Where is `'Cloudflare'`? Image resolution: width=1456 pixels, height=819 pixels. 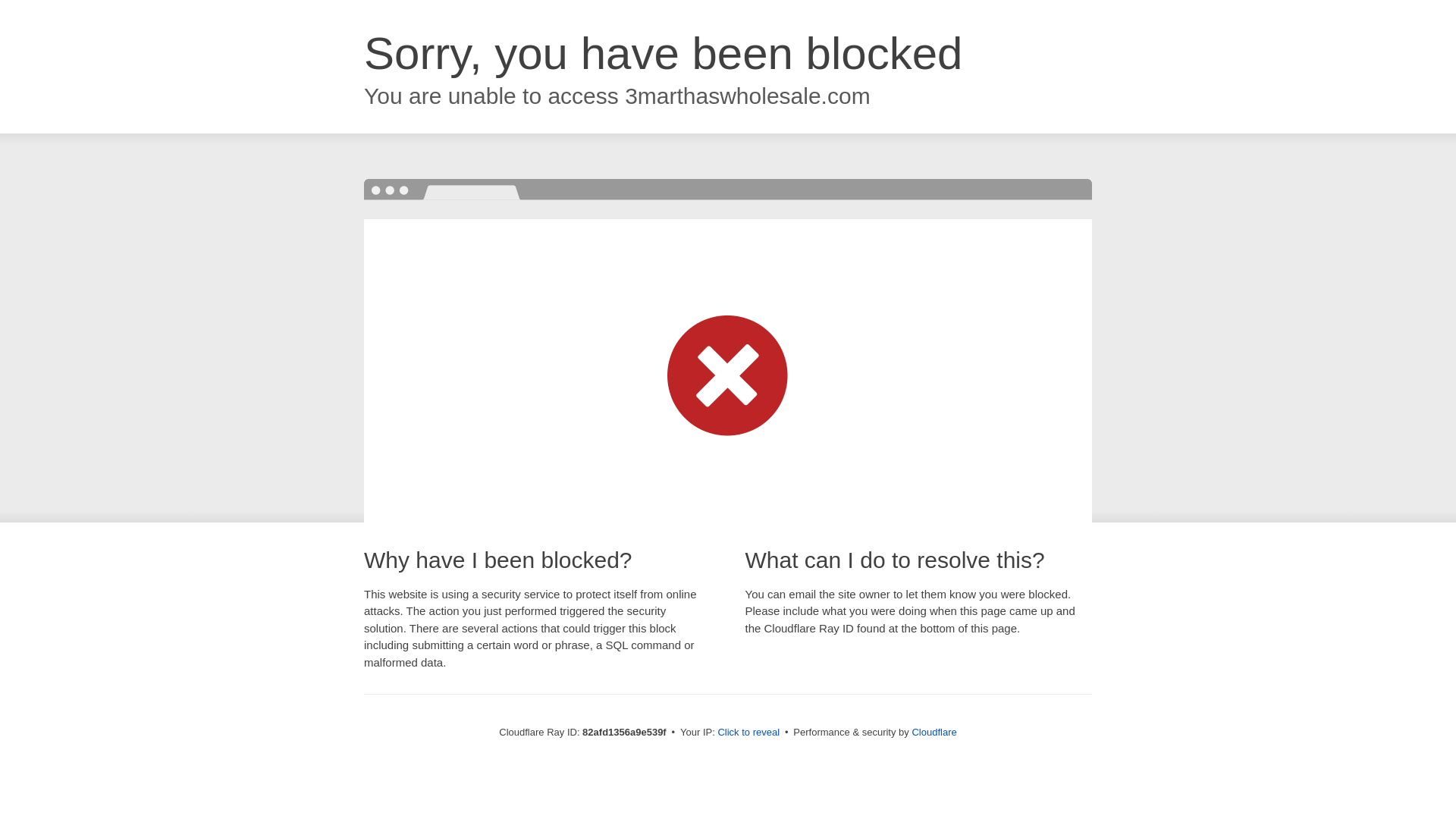
'Cloudflare' is located at coordinates (933, 731).